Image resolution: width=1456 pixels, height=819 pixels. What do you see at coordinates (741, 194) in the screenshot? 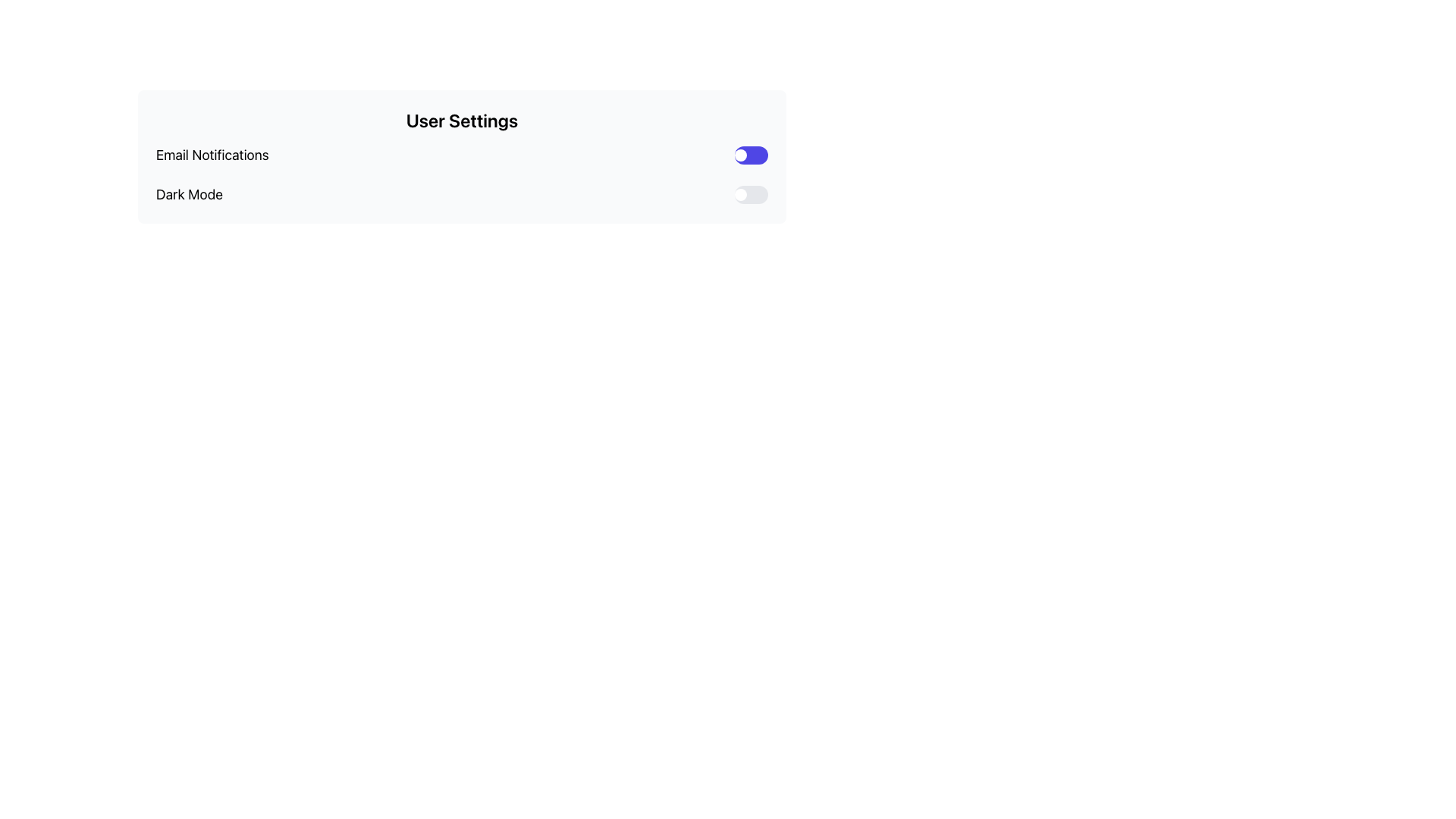
I see `the toggle switch knob for 'Enable Dark Mode', which is located at the leftmost position of the toggle switch` at bounding box center [741, 194].